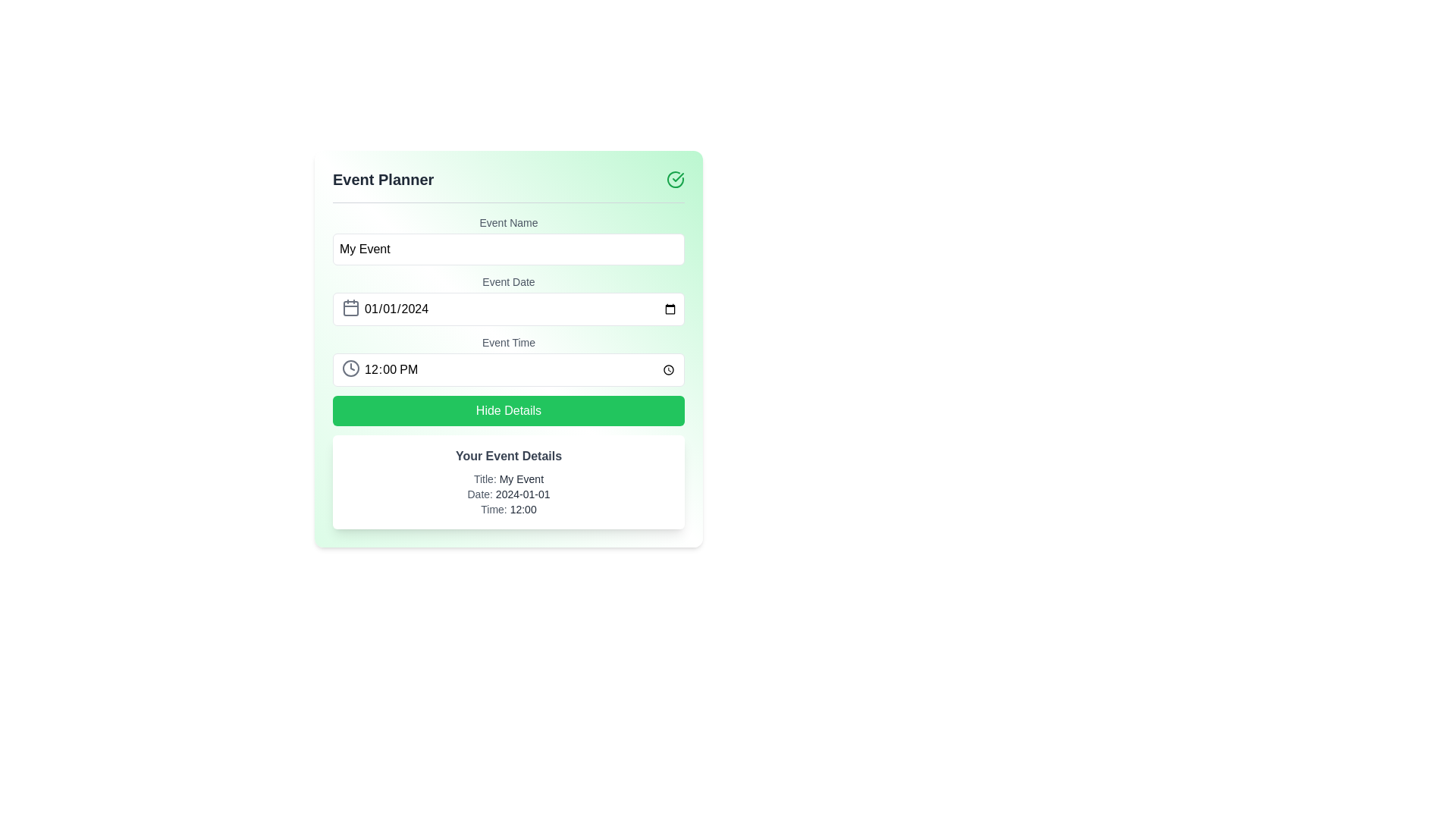 Image resolution: width=1456 pixels, height=819 pixels. What do you see at coordinates (350, 307) in the screenshot?
I see `the calendar icon which is visually used to denote the date selection field adjacent to the 'Event Date' input field` at bounding box center [350, 307].